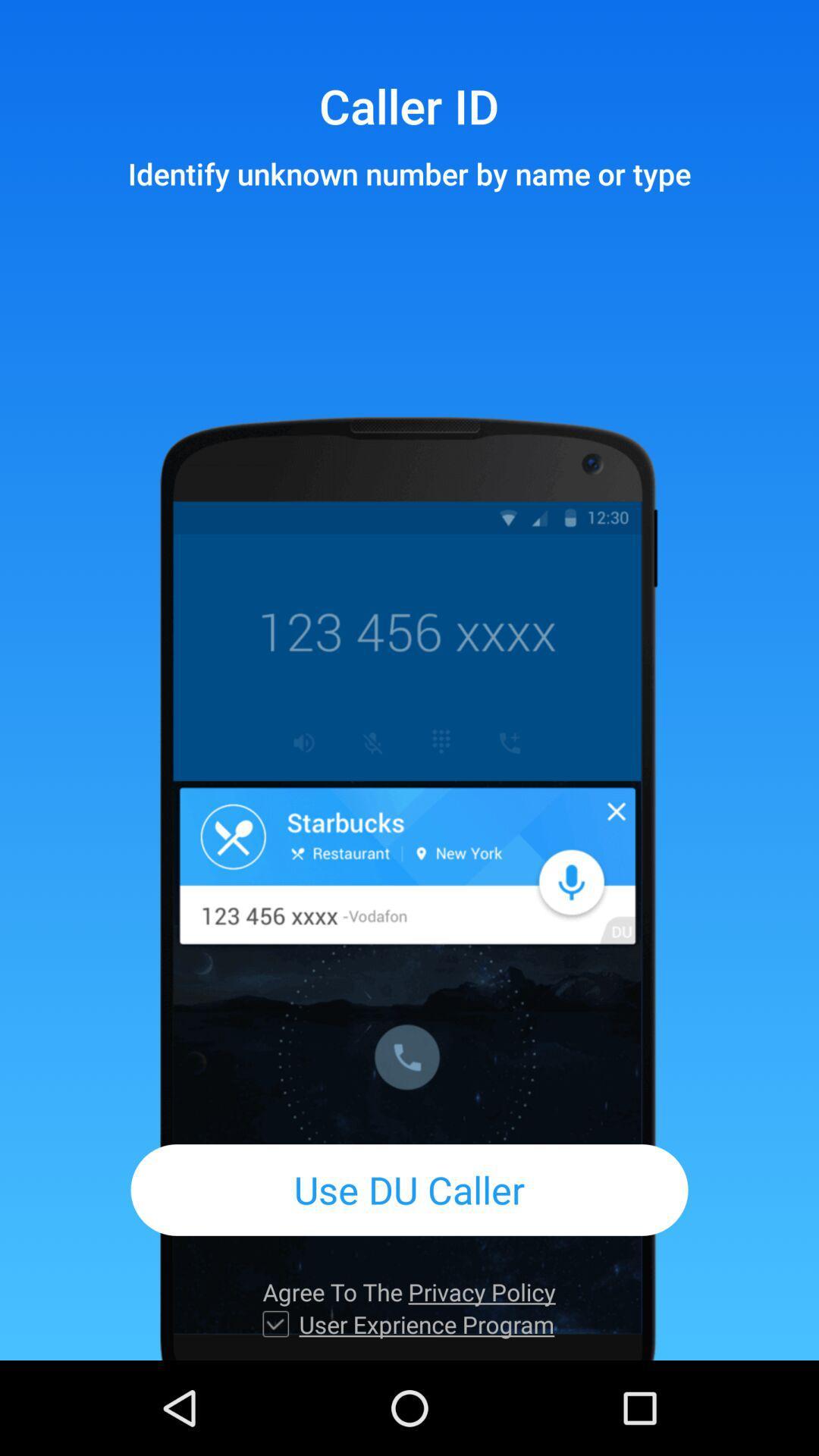  I want to click on the item below use du caller, so click(408, 1291).